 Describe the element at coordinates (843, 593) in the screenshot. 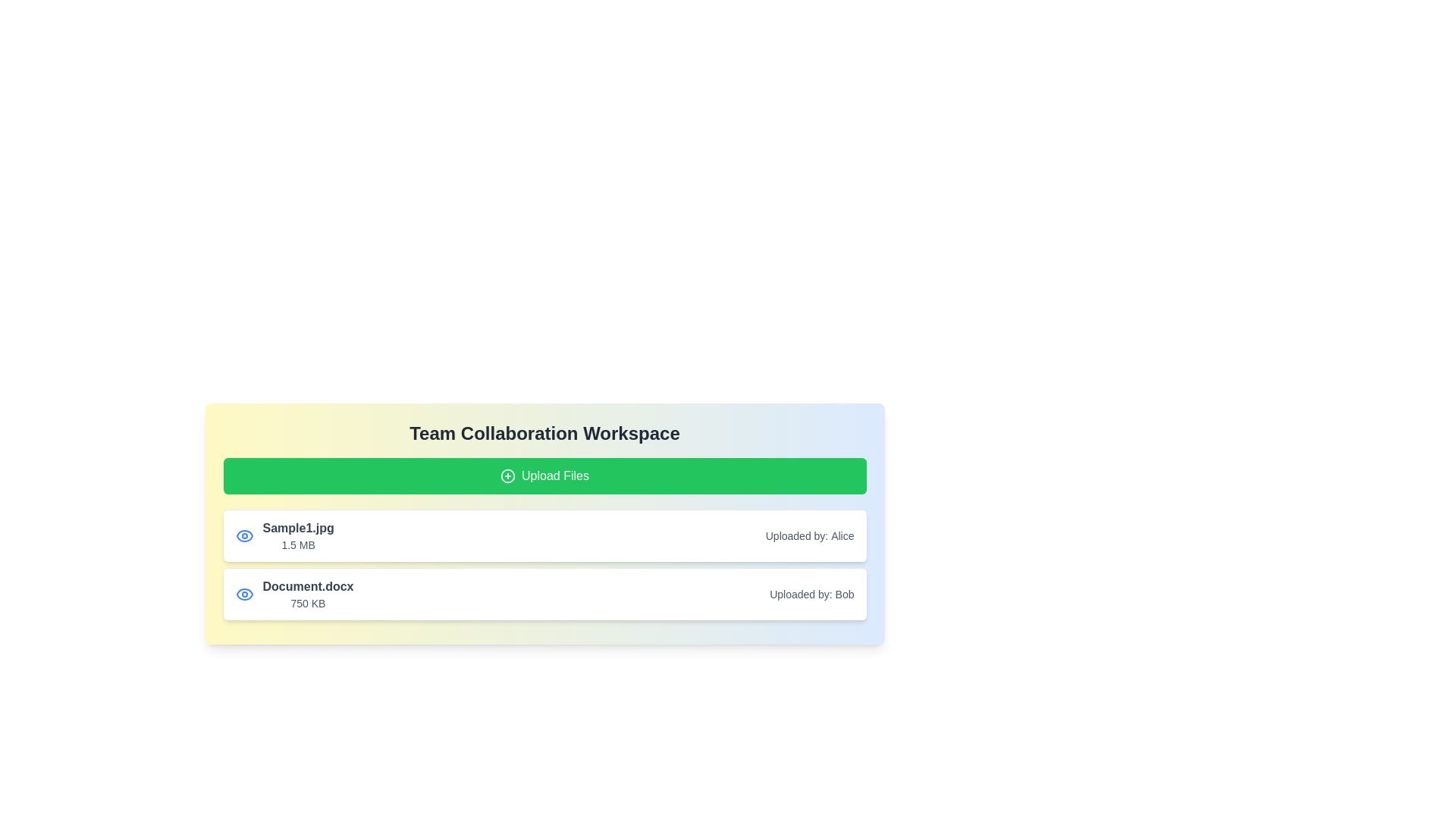

I see `the Text Label that displays the uploader's name associated with a specific file, located in the bottom-right corner of the file detail box, next to 'Uploaded by:'` at that location.